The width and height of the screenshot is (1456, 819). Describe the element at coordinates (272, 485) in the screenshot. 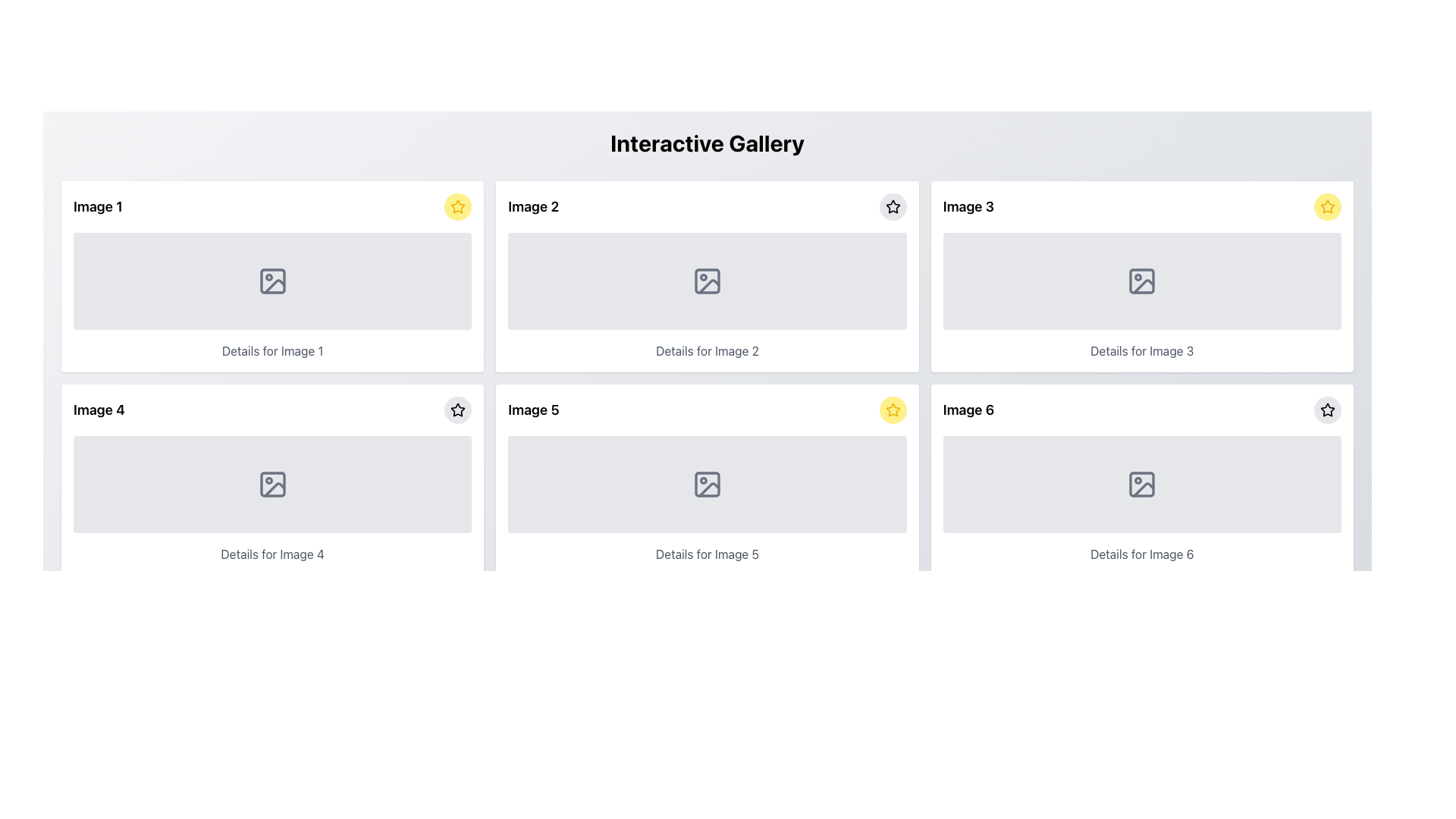

I see `the Rectangle graphics component that serves as a visual indicator for the placeholder icon in the fourth image box of the grid layout, located in the leftmost column of the second row` at that location.